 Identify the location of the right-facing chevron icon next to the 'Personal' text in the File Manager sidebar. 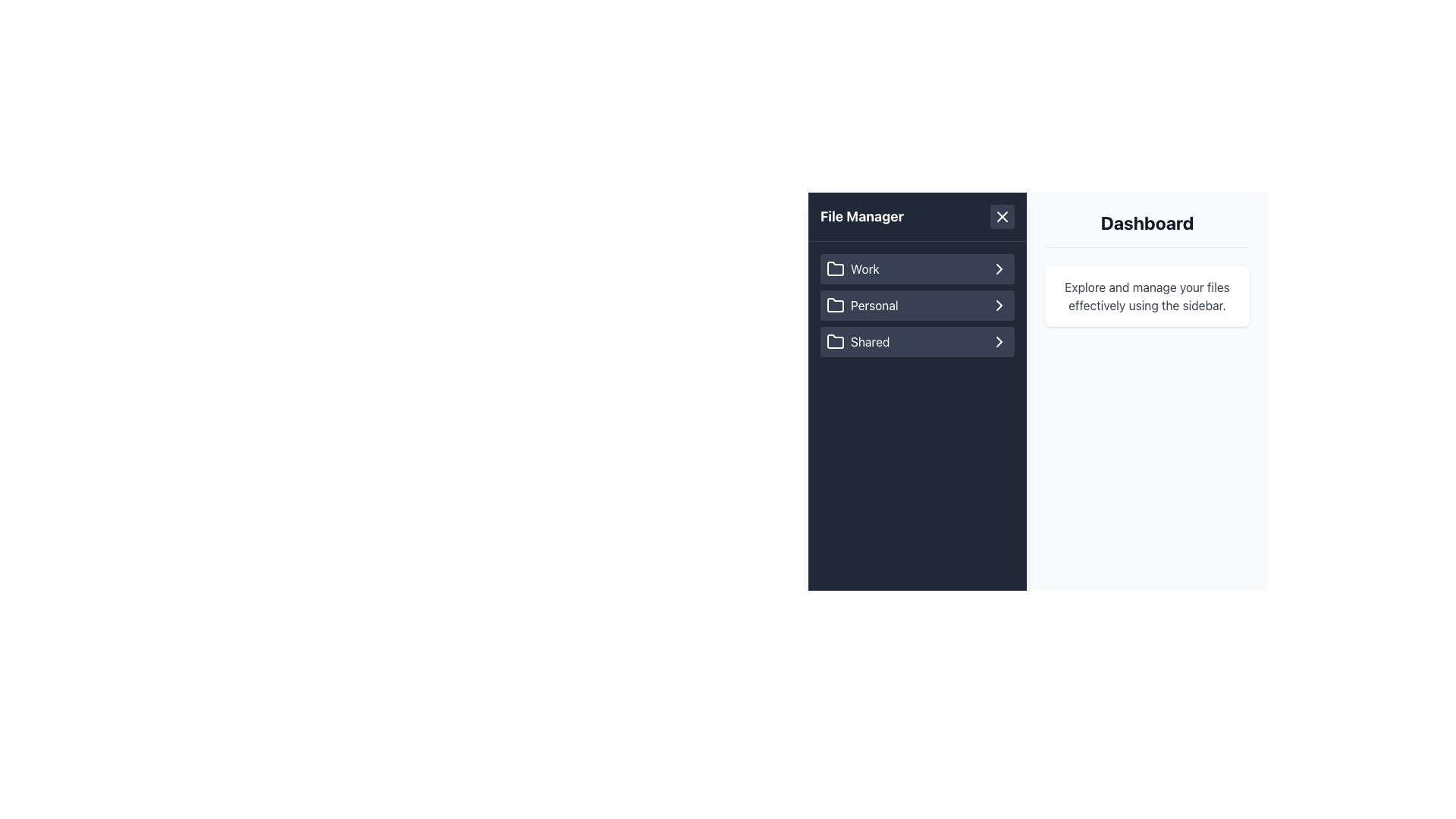
(999, 305).